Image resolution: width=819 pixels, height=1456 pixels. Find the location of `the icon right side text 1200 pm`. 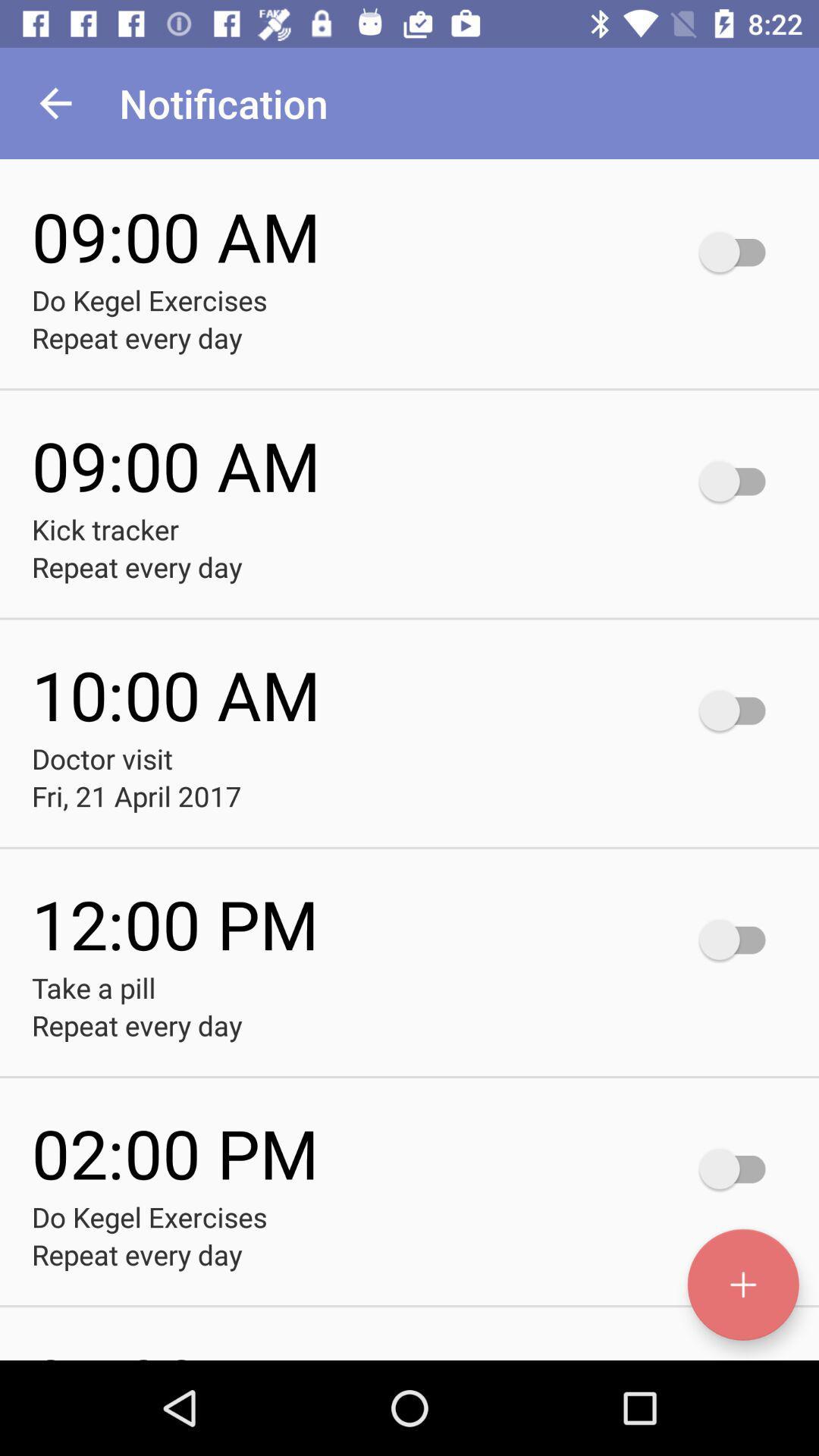

the icon right side text 1200 pm is located at coordinates (739, 939).